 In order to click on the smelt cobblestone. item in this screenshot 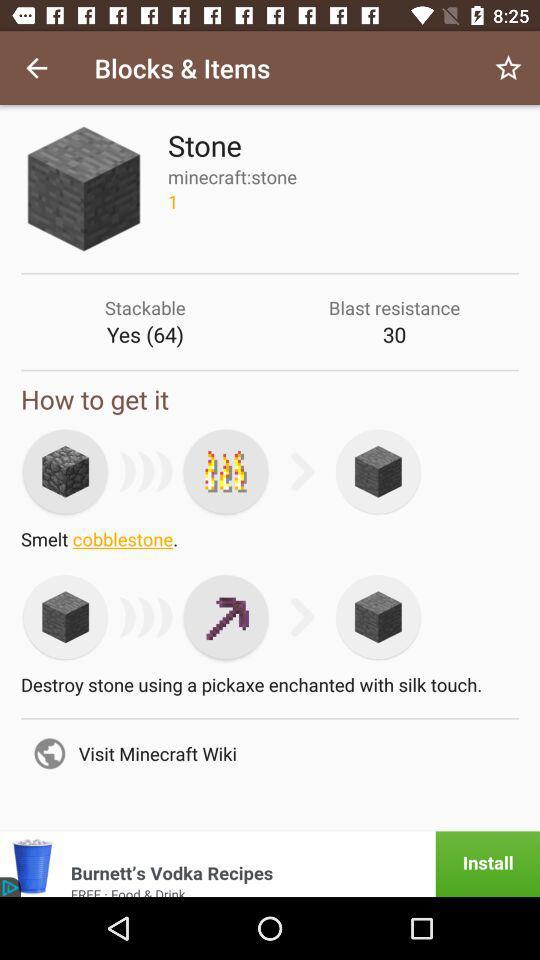, I will do `click(270, 544)`.